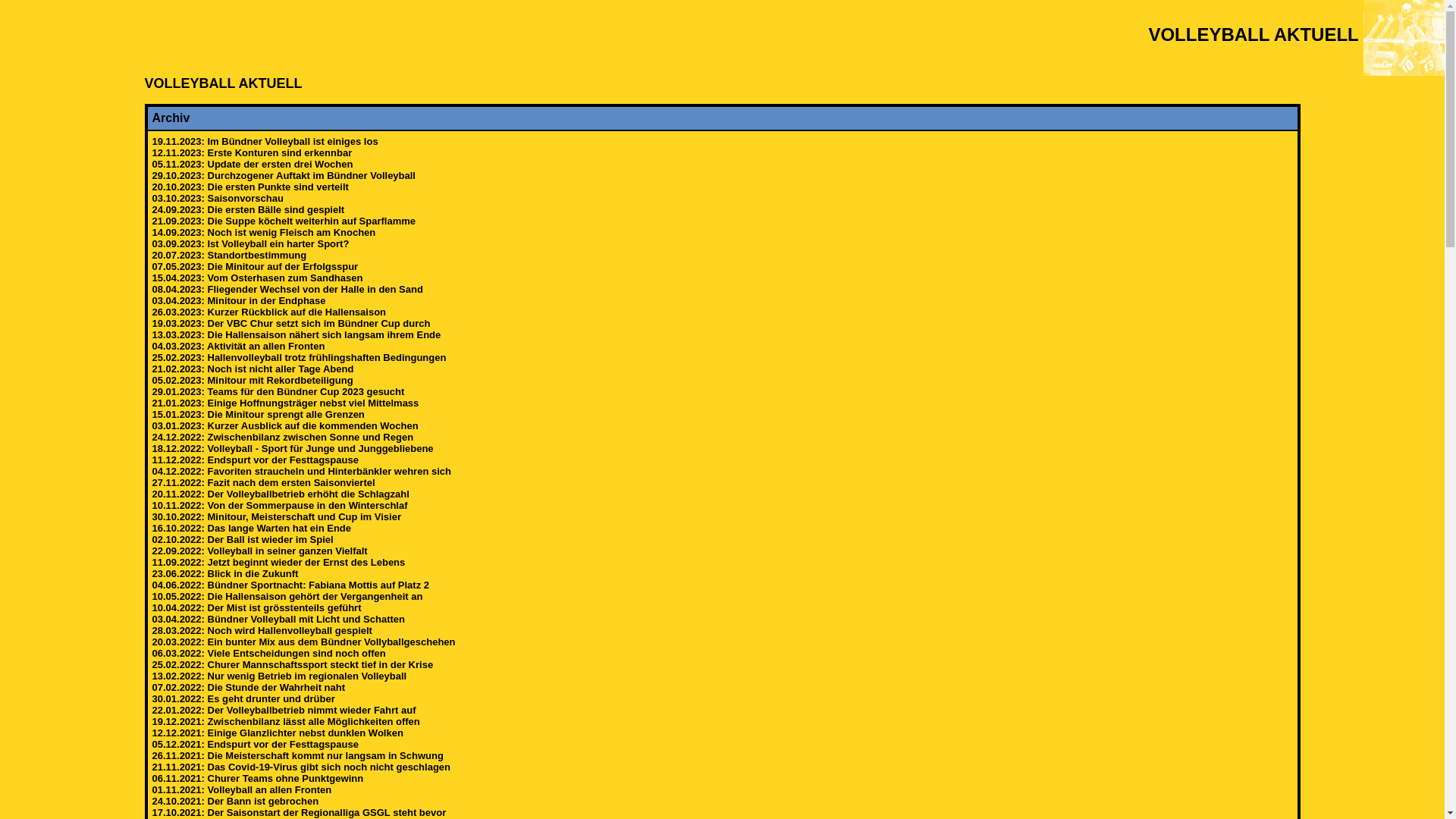  I want to click on '03.09.2023: Ist Volleyball ein harter Sport?', so click(250, 243).